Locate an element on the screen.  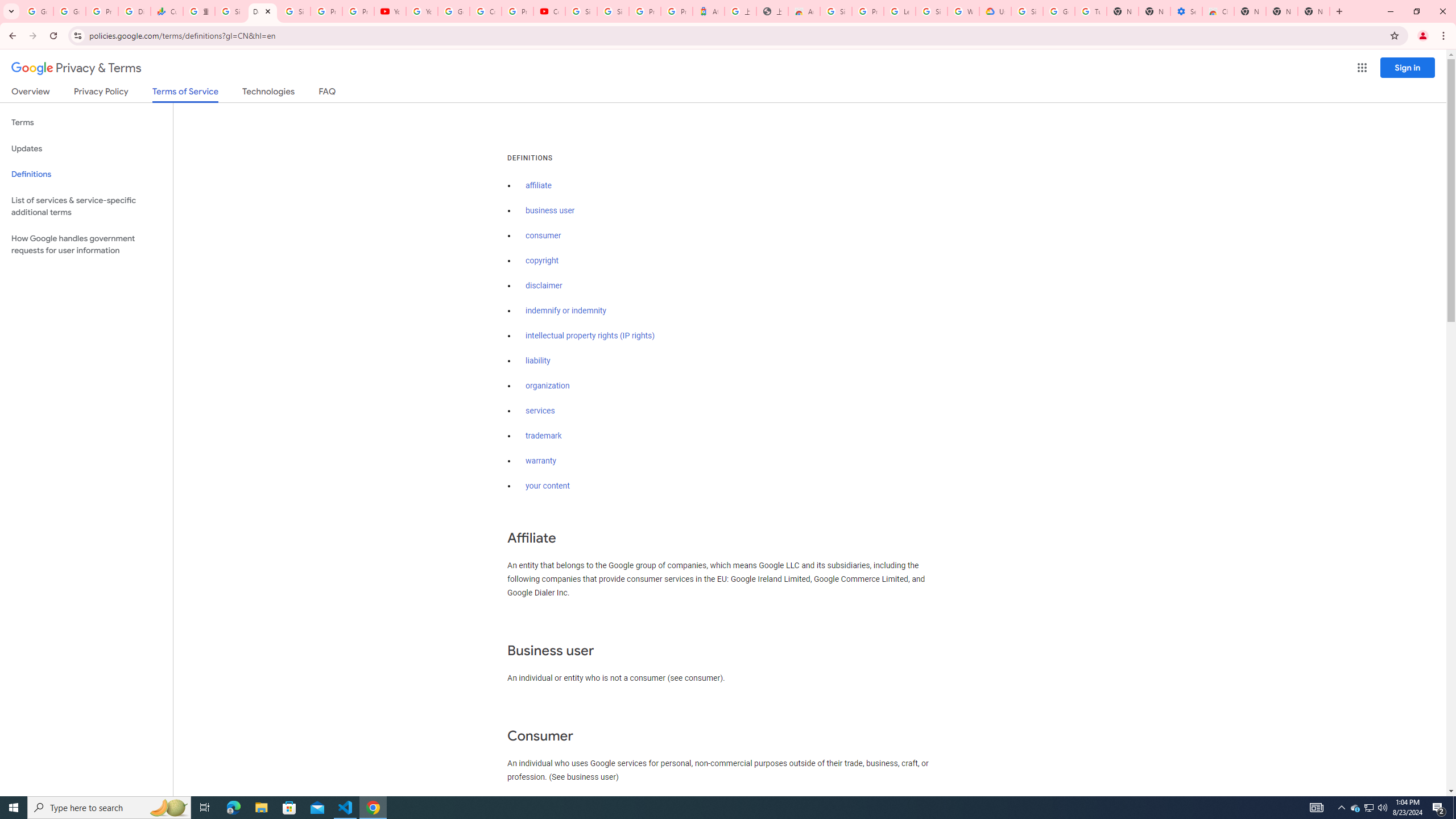
'business user' is located at coordinates (549, 210).